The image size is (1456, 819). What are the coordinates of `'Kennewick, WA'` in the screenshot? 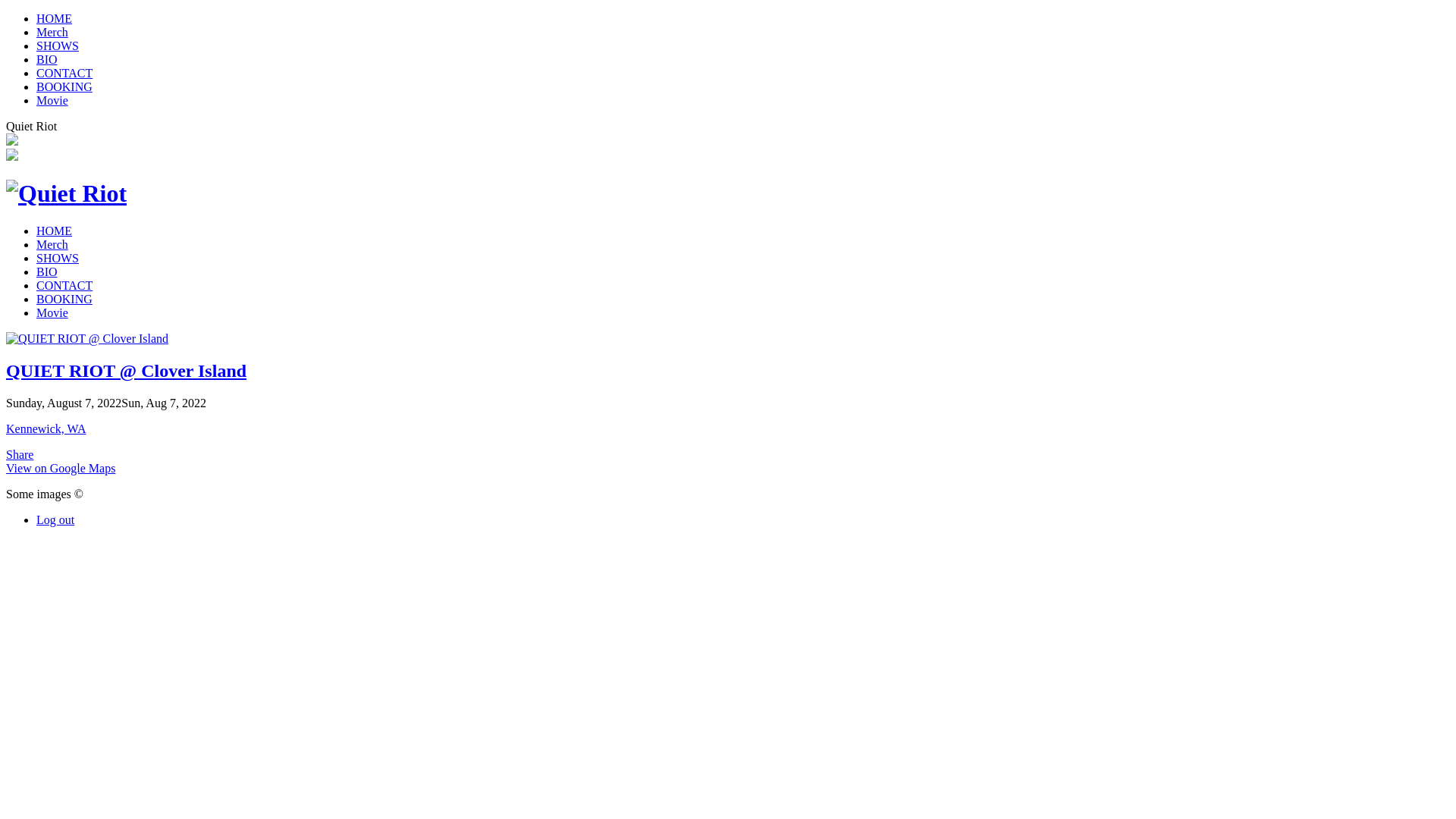 It's located at (45, 428).